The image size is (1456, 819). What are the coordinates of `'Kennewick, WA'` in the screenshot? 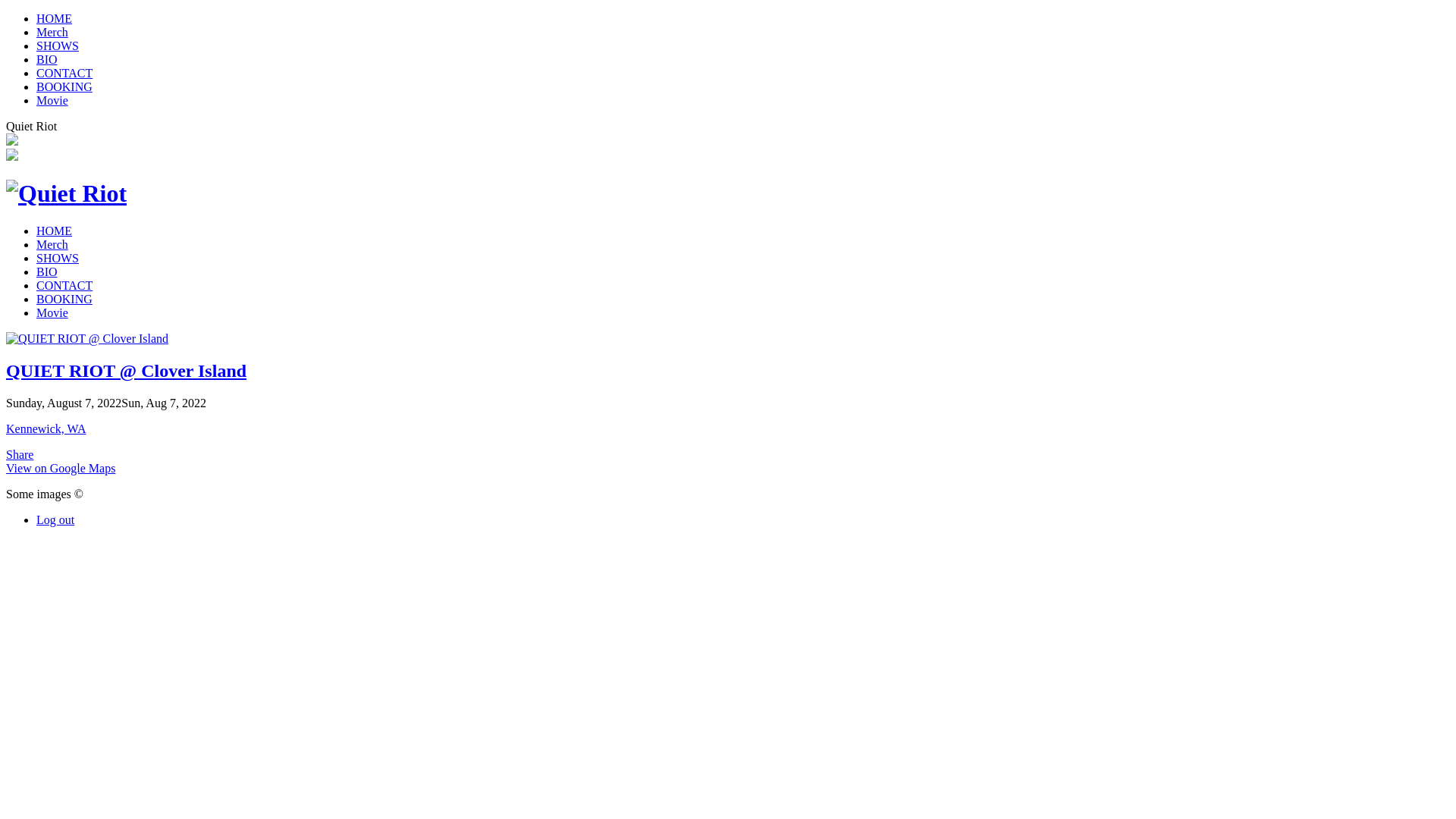 It's located at (45, 428).